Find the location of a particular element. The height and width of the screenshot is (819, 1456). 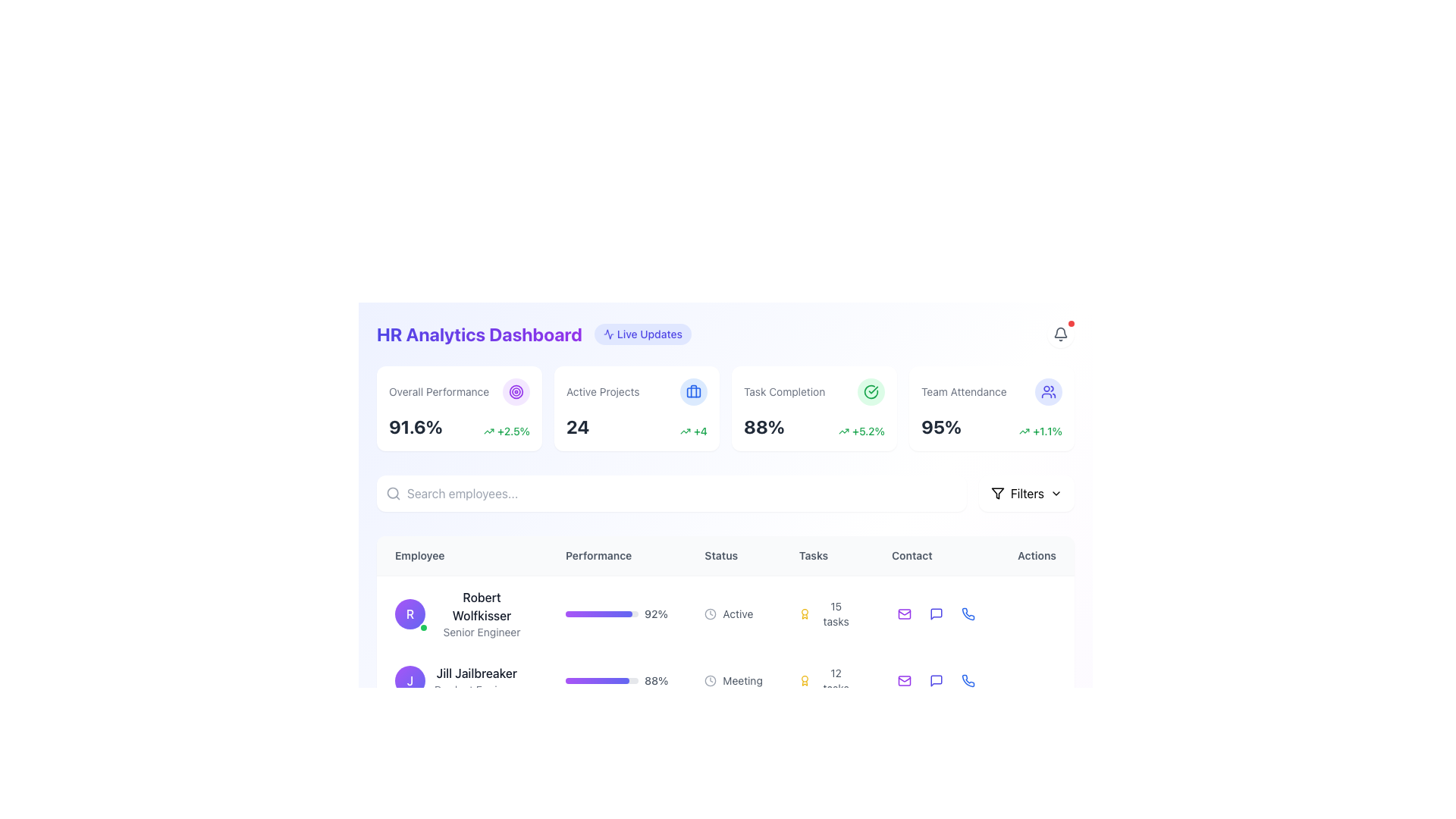

the Information Display Component that shows the performance metric (95%) for user 'Henry Silkeater' in the Performance column is located at coordinates (617, 738).